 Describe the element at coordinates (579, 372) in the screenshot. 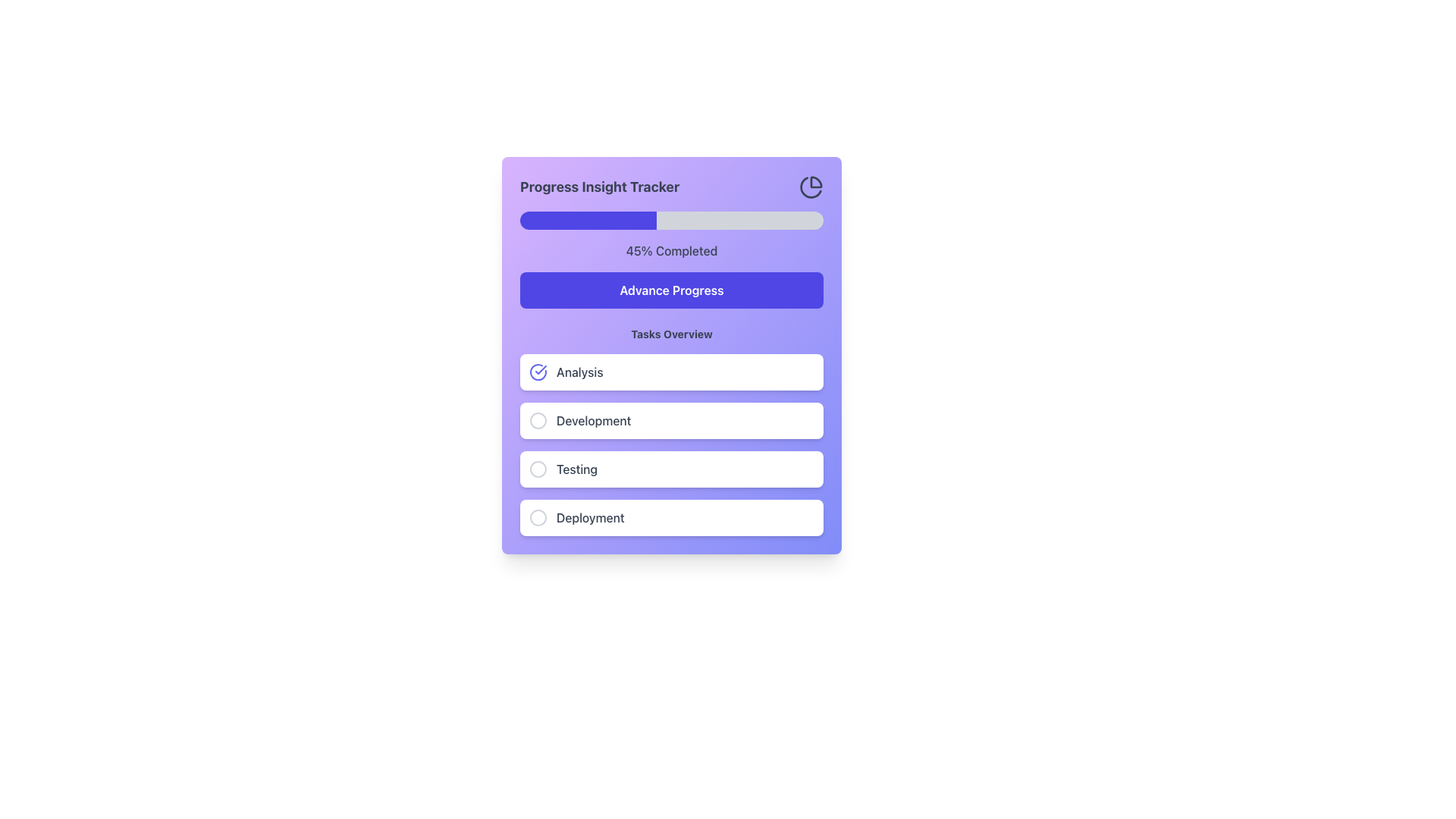

I see `the Text Label that serves as the title for the associated task, located at the top-left of the first item in the 'Tasks Overview' list, adjacent to a blue circular checkmark icon` at that location.